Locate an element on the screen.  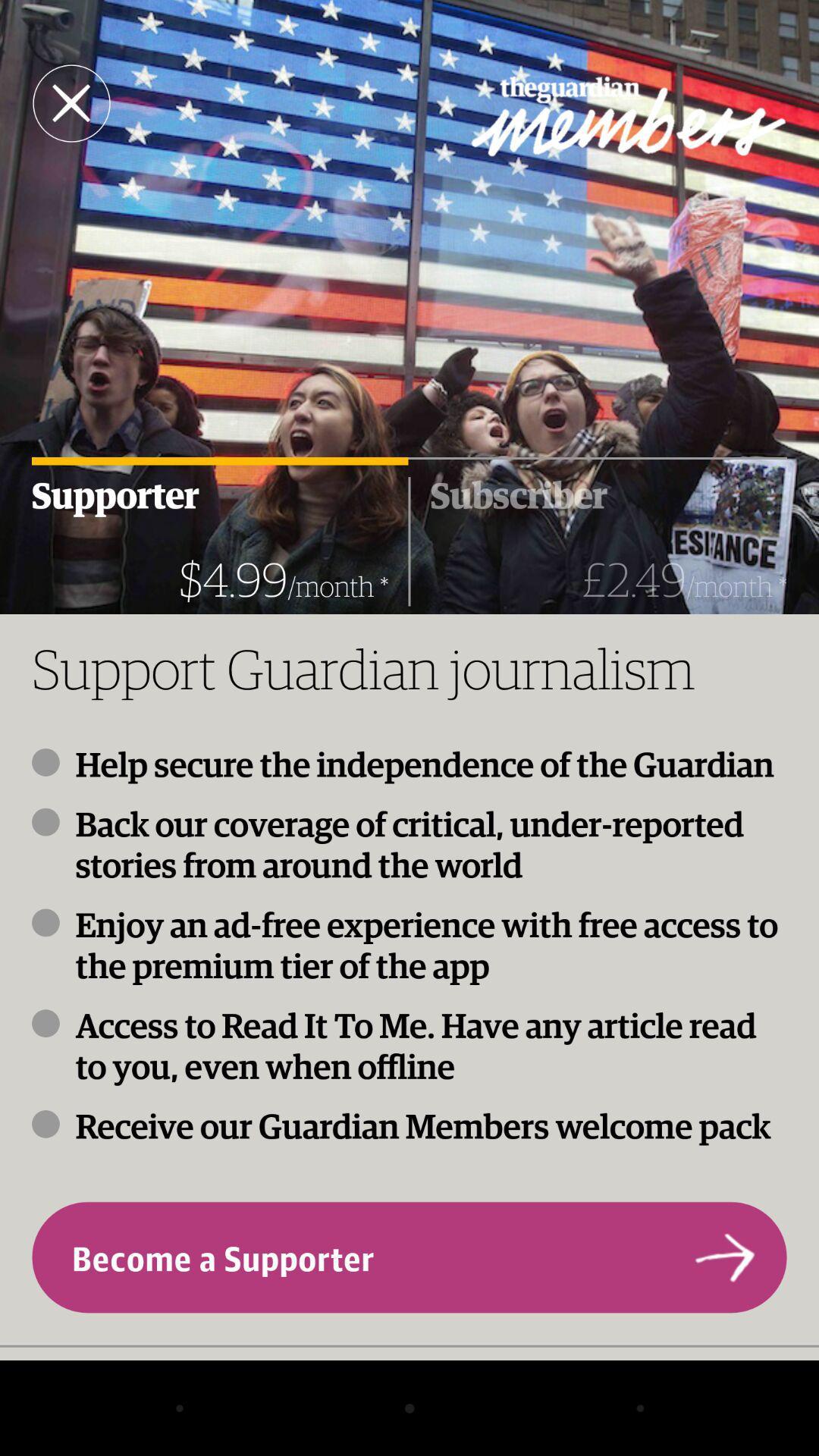
this offer is located at coordinates (71, 102).